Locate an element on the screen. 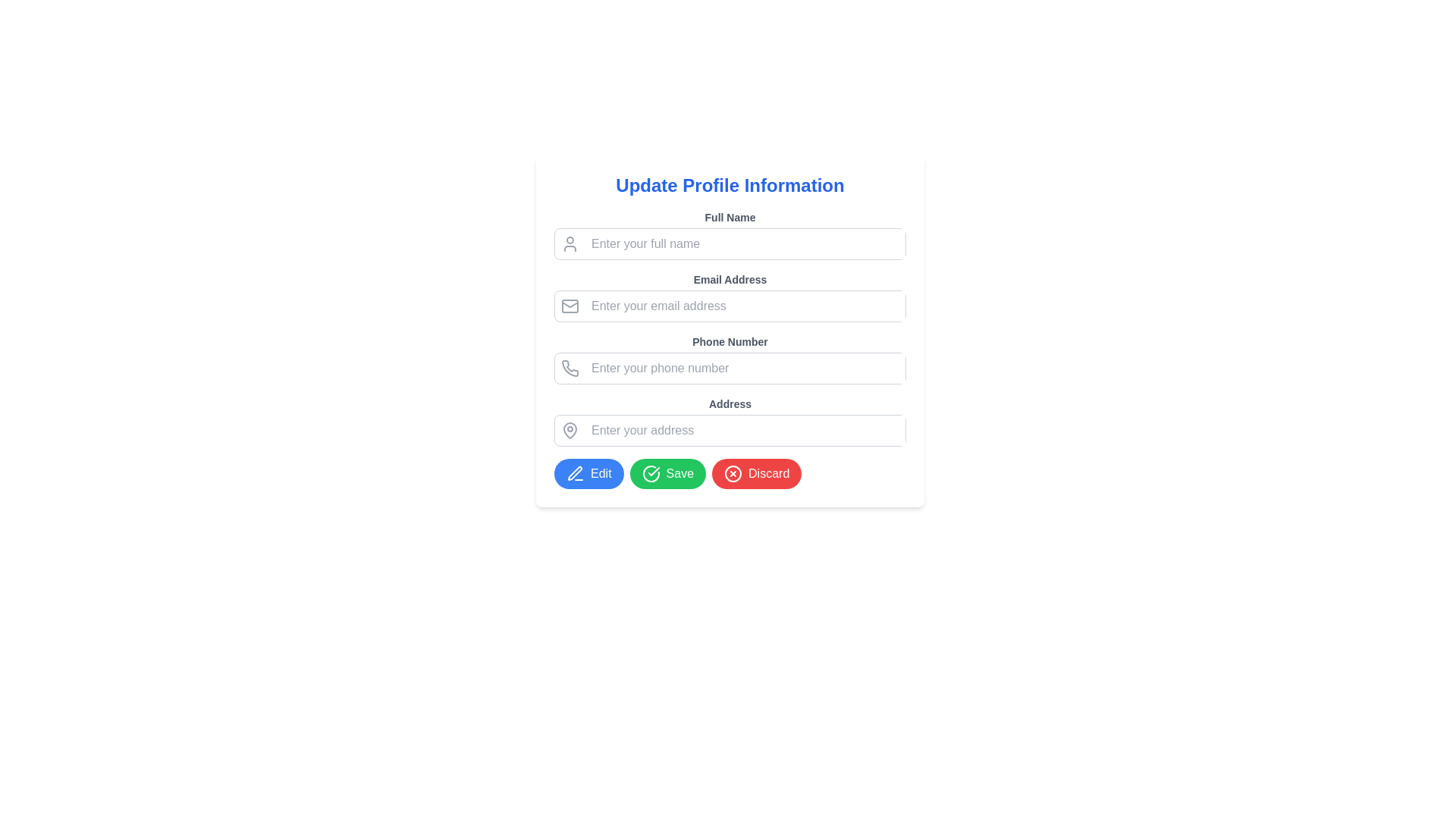  the address input field icon located in the profile update section to associate the input functionality with an address-related purpose is located at coordinates (570, 430).